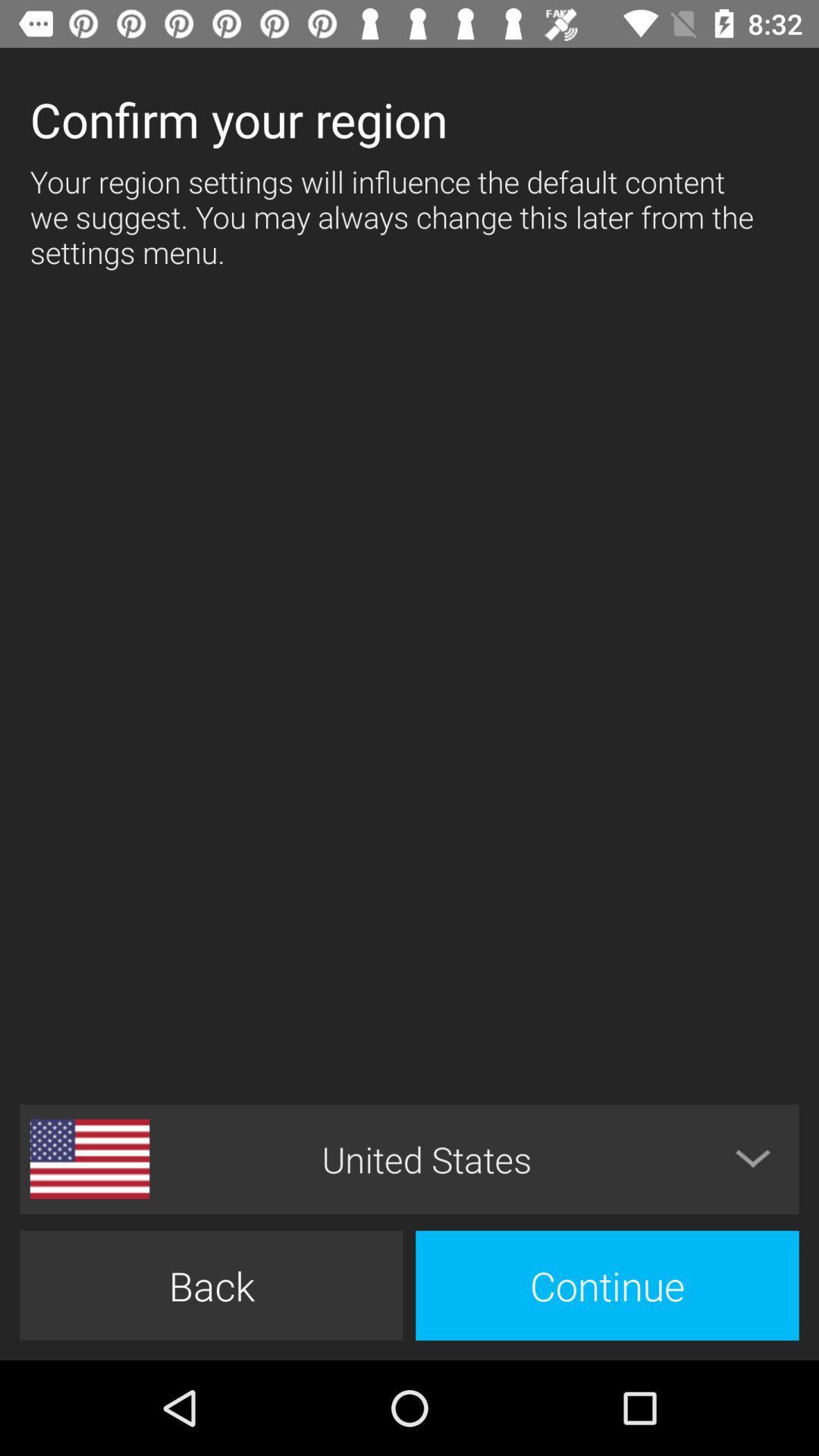 The width and height of the screenshot is (819, 1456). I want to click on icon below united states icon, so click(607, 1285).